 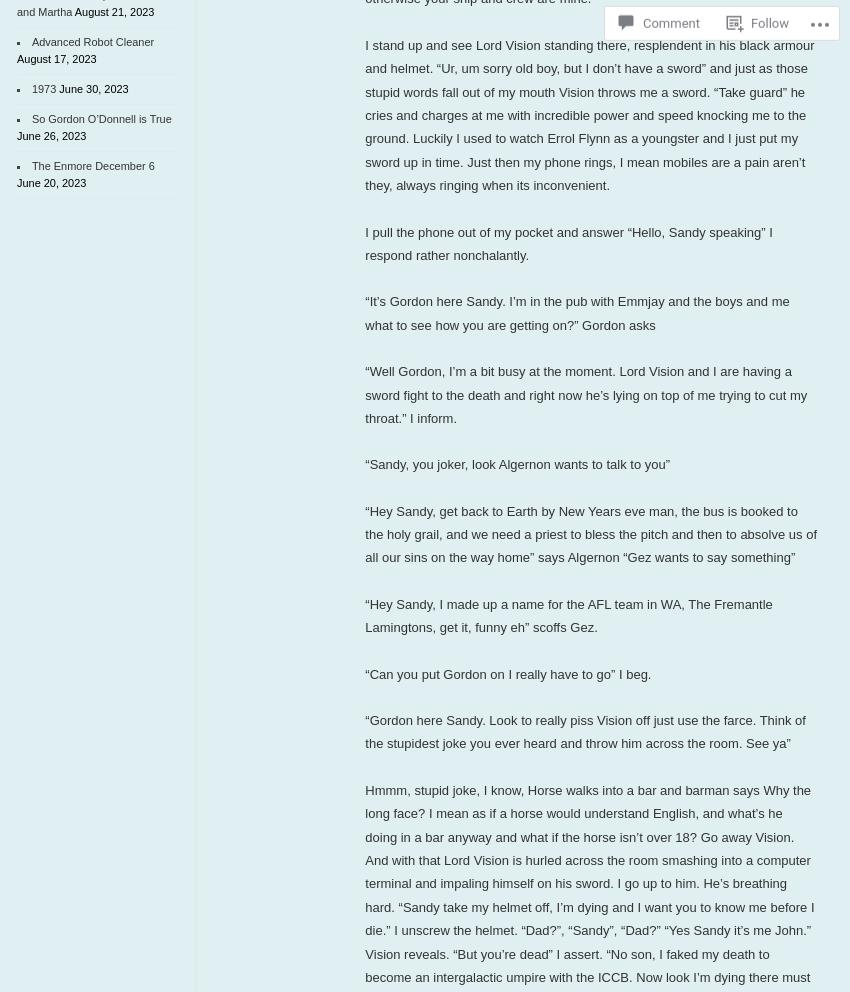 I want to click on 'August 17, 2023', so click(x=16, y=58).